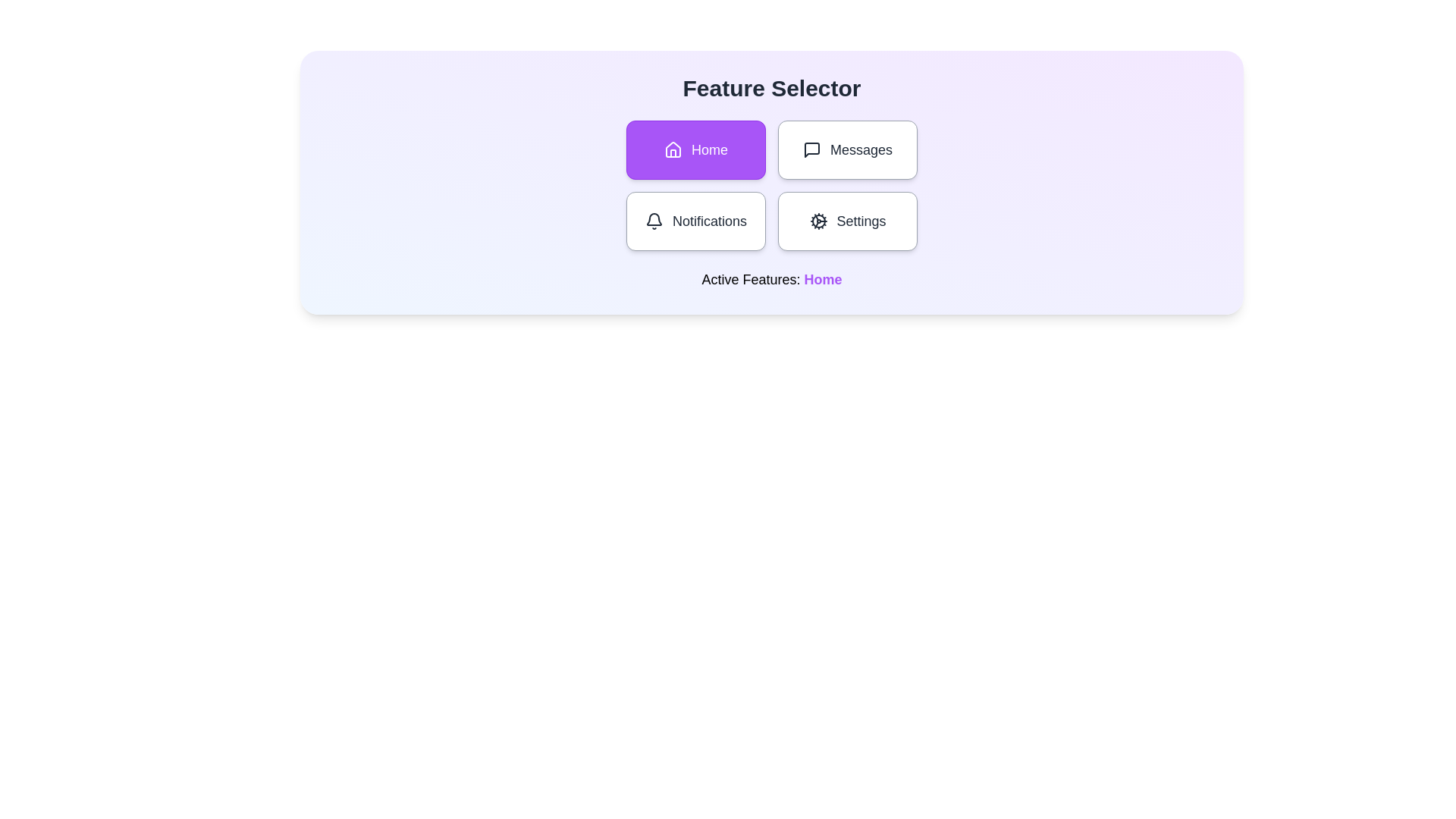  What do you see at coordinates (654, 221) in the screenshot?
I see `the black outline bell icon within the 'Notifications' button` at bounding box center [654, 221].